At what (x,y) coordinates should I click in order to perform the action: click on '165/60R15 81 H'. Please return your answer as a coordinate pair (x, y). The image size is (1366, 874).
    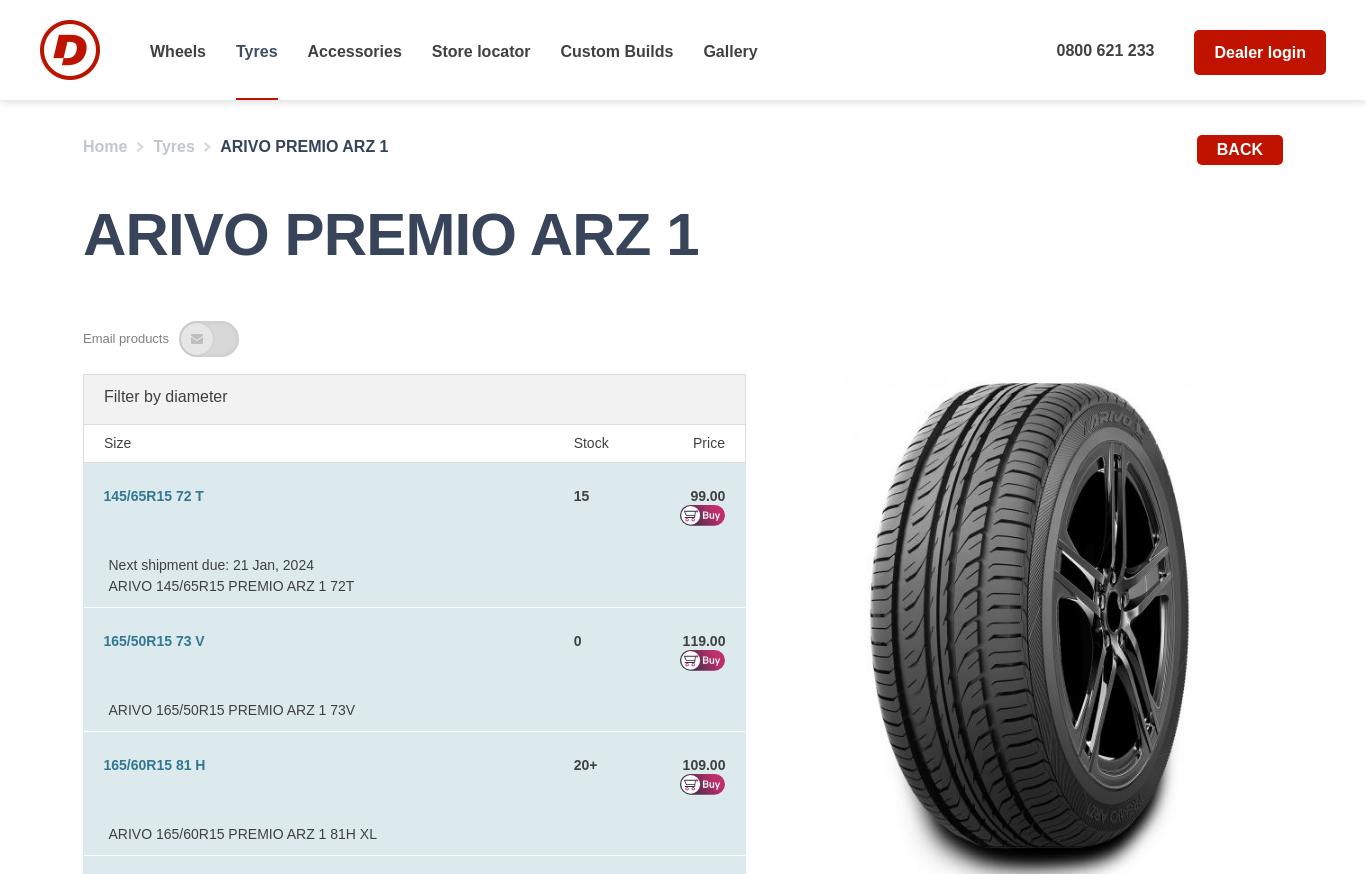
    Looking at the image, I should click on (152, 764).